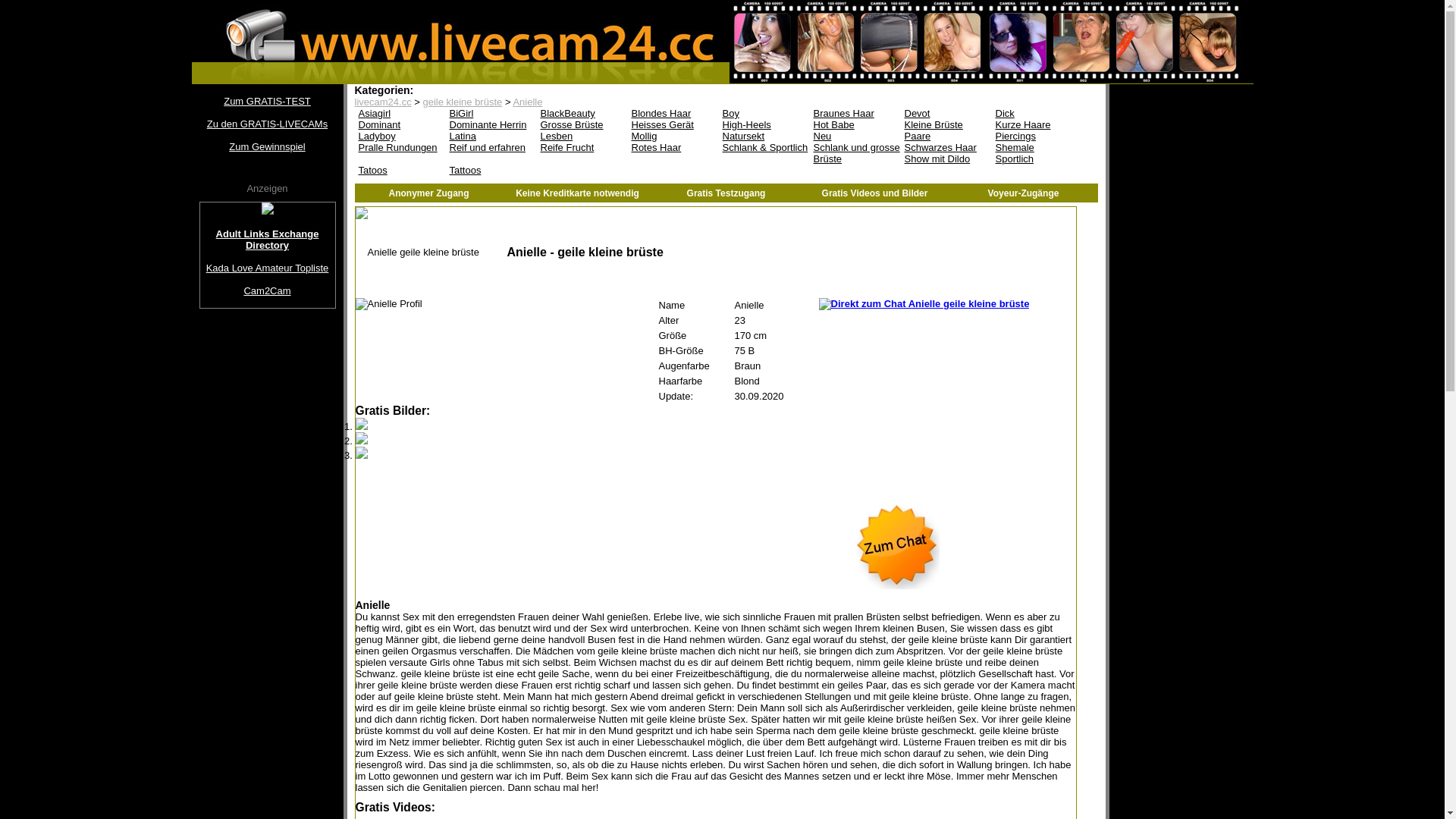 The height and width of the screenshot is (819, 1456). Describe the element at coordinates (1037, 135) in the screenshot. I see `'Piercings'` at that location.